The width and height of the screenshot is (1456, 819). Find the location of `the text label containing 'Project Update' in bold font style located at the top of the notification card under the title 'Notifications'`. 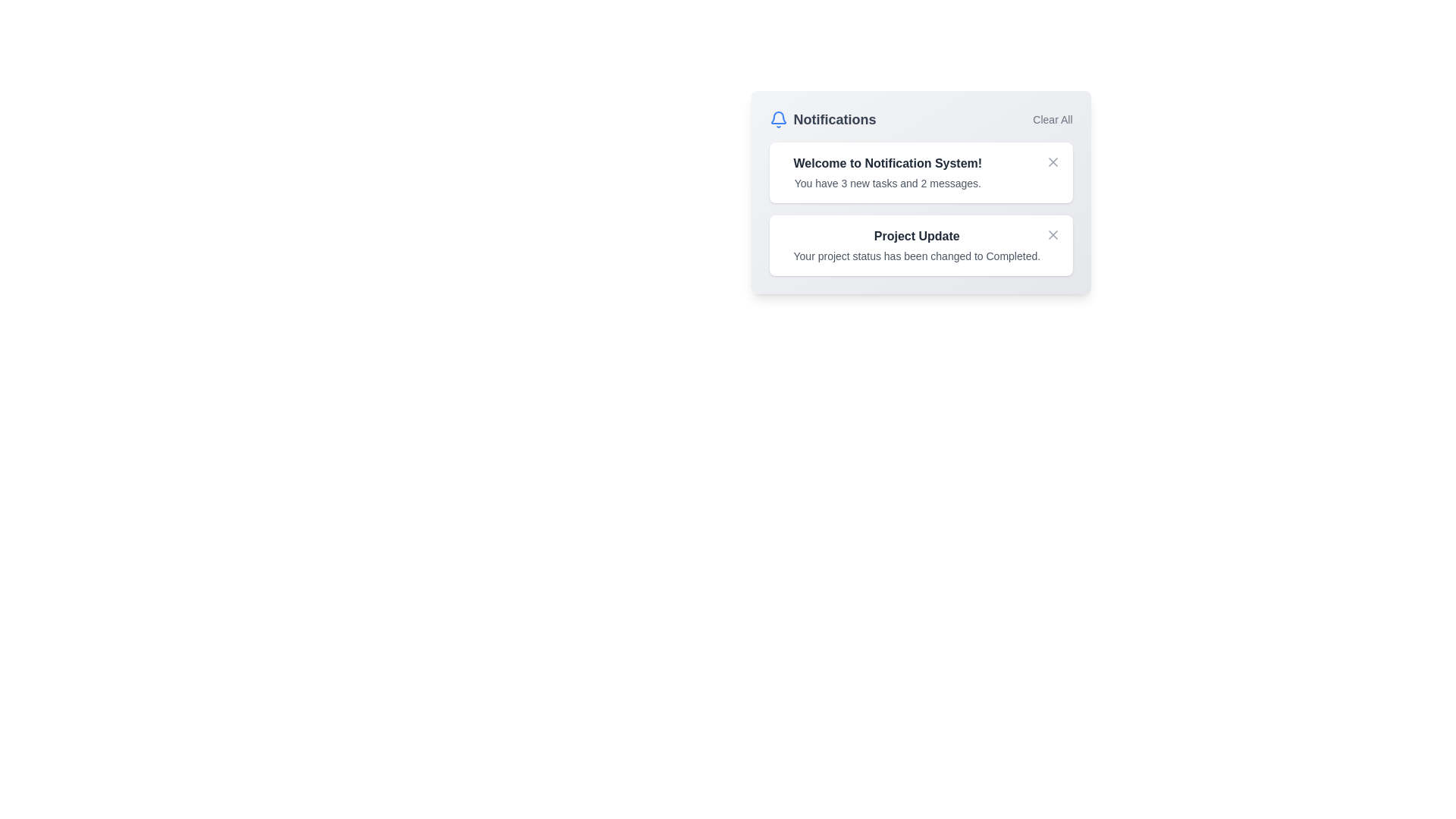

the text label containing 'Project Update' in bold font style located at the top of the notification card under the title 'Notifications' is located at coordinates (916, 237).